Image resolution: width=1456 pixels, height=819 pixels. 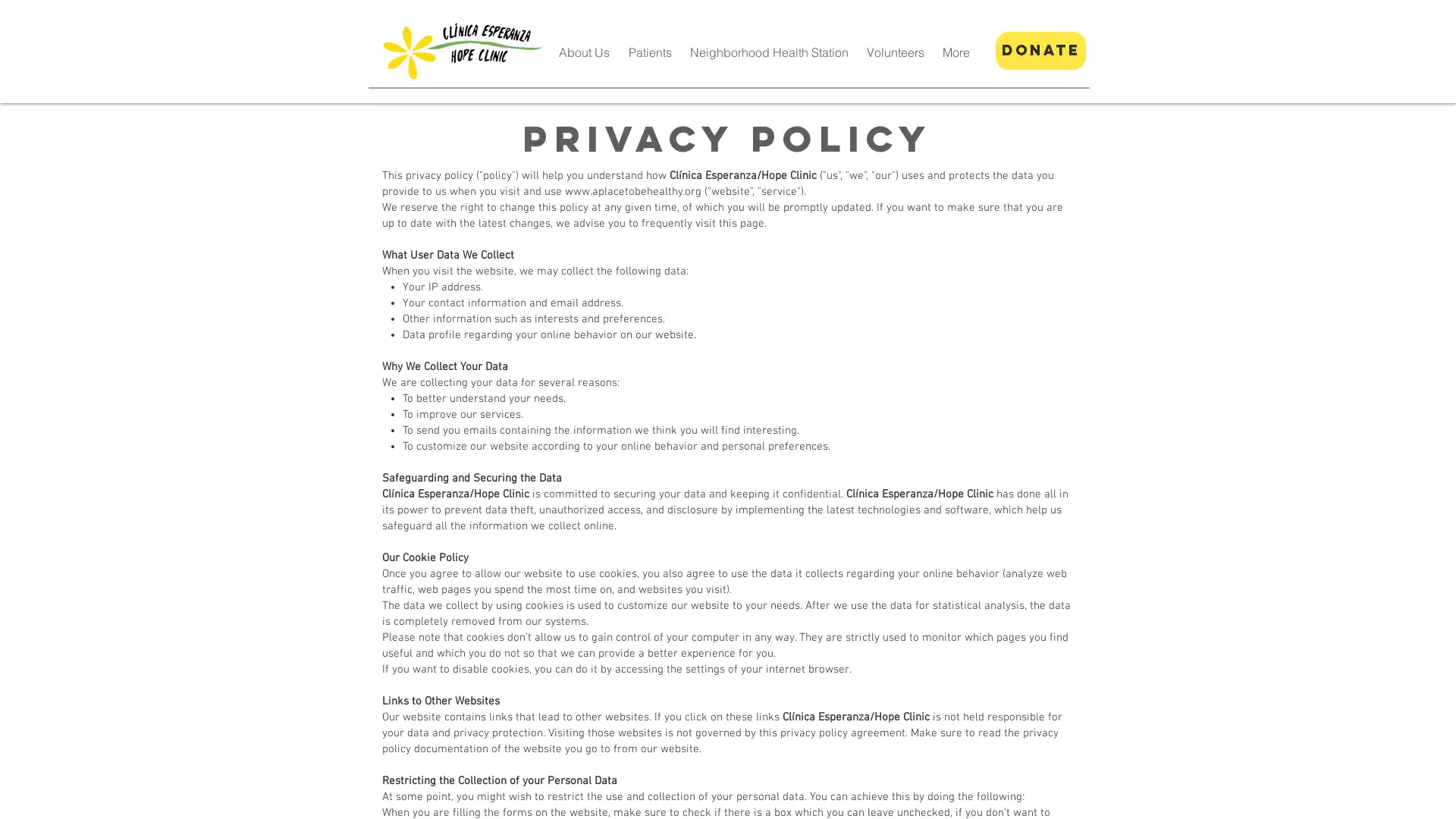 I want to click on Settings, so click(x=1312, y=794).